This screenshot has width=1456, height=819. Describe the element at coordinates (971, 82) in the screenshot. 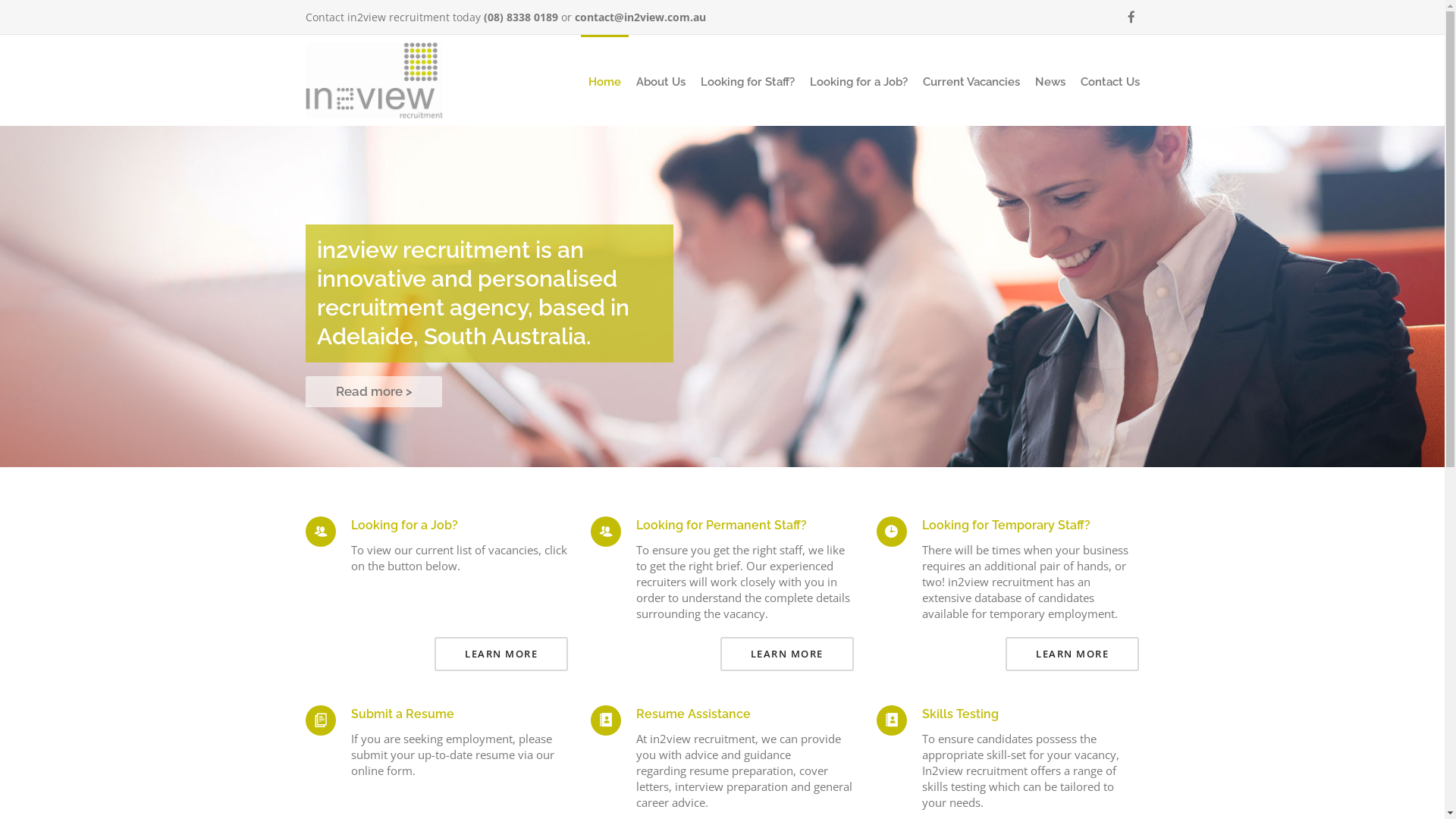

I see `'Current Vacancies'` at that location.